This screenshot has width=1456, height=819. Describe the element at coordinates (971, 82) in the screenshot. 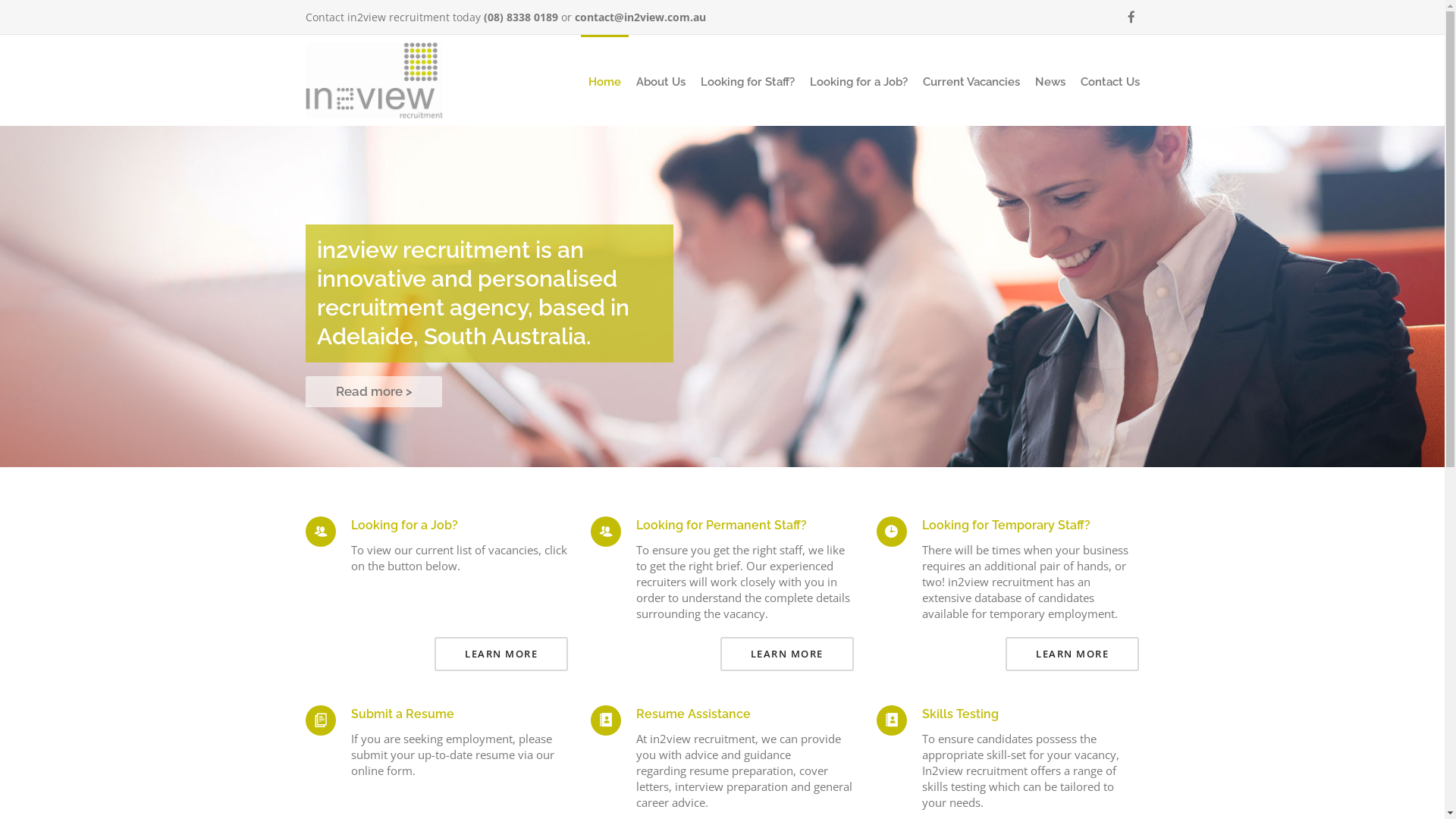

I see `'Current Vacancies'` at that location.